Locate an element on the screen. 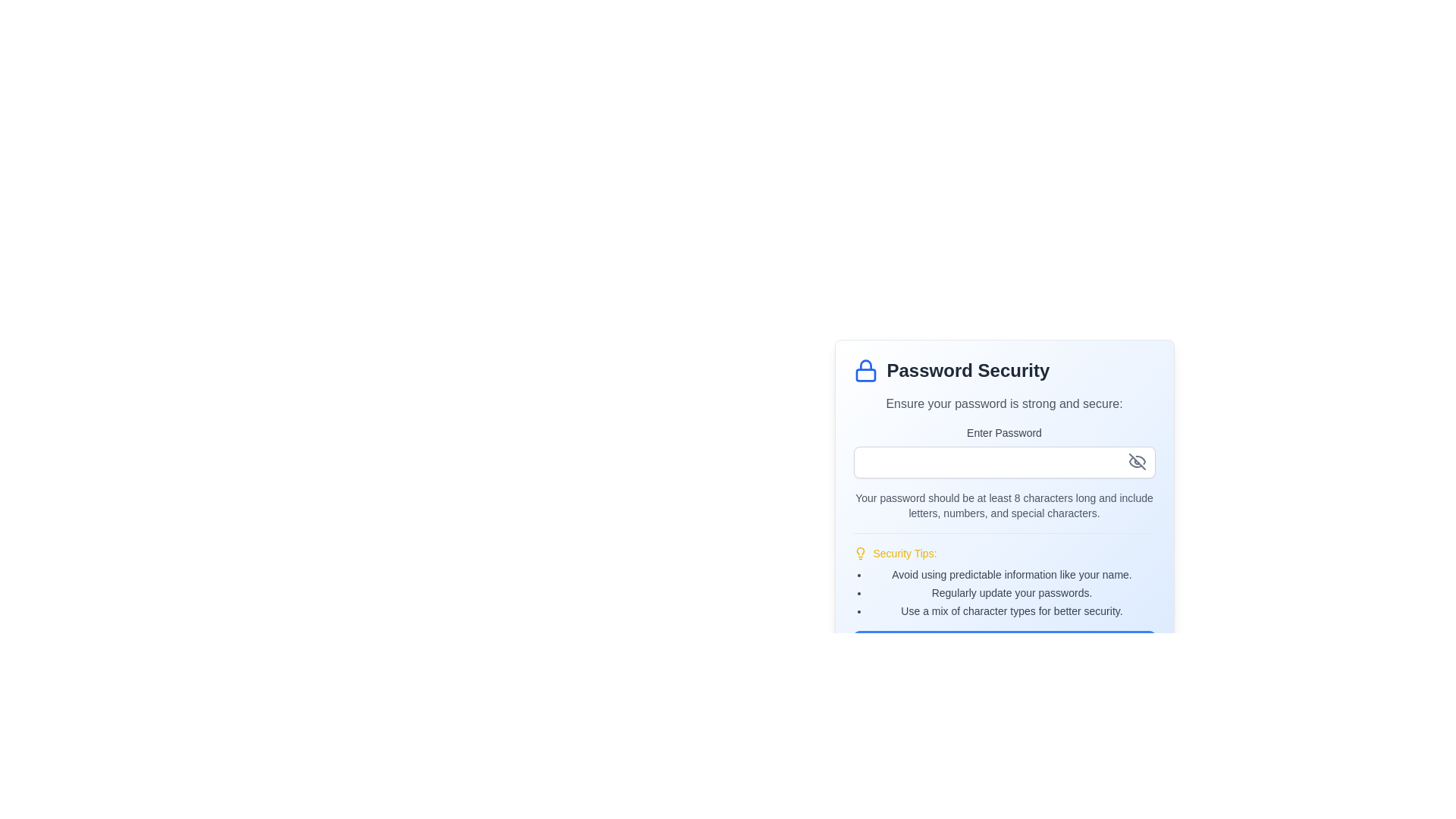  password security tip from the second item in the bulleted list under the 'Security Tips' section and implement the advice provided is located at coordinates (1012, 592).